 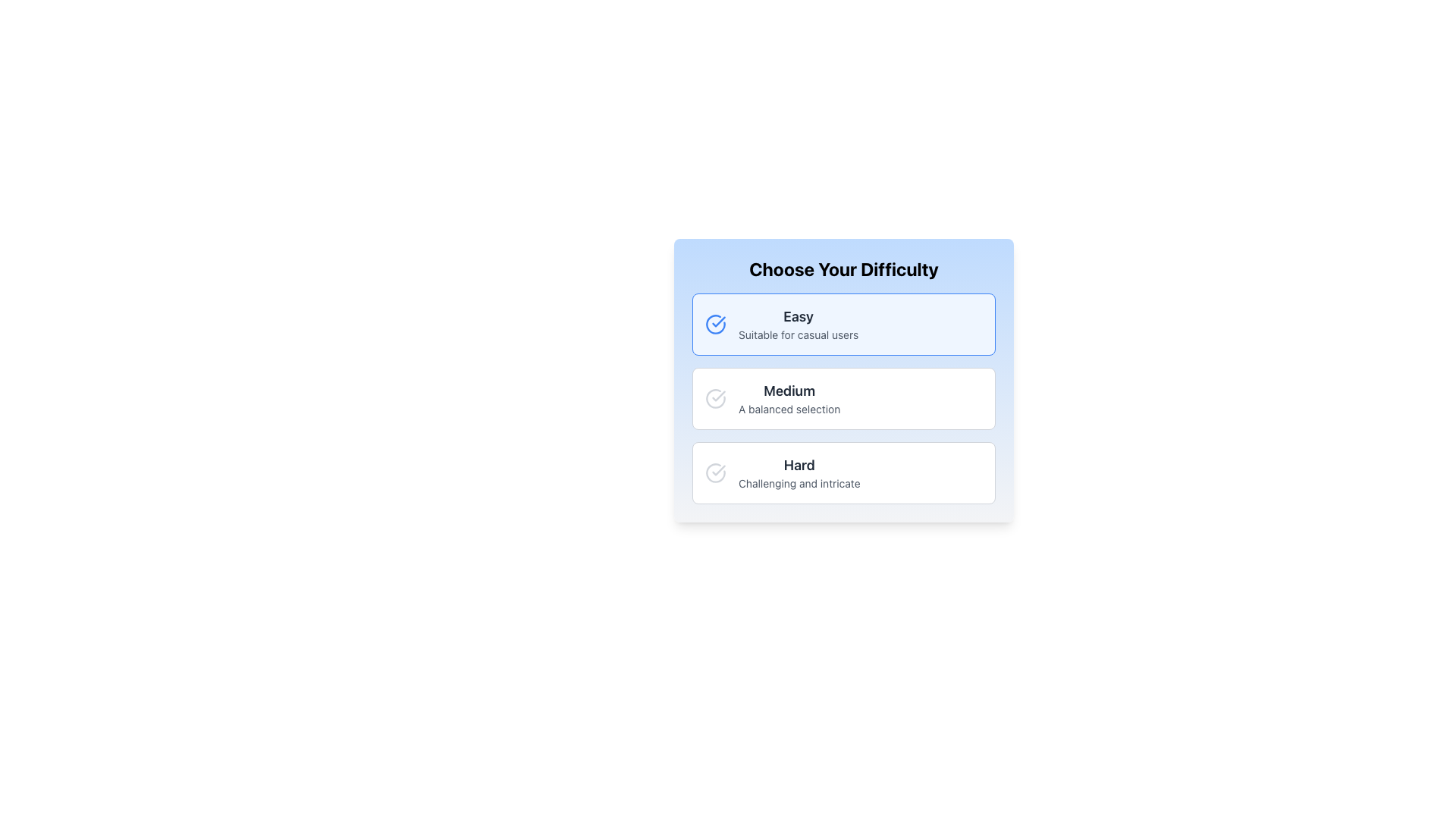 What do you see at coordinates (799, 472) in the screenshot?
I see `the text element labeled 'Hard' that indicates a challenging difficulty selection` at bounding box center [799, 472].